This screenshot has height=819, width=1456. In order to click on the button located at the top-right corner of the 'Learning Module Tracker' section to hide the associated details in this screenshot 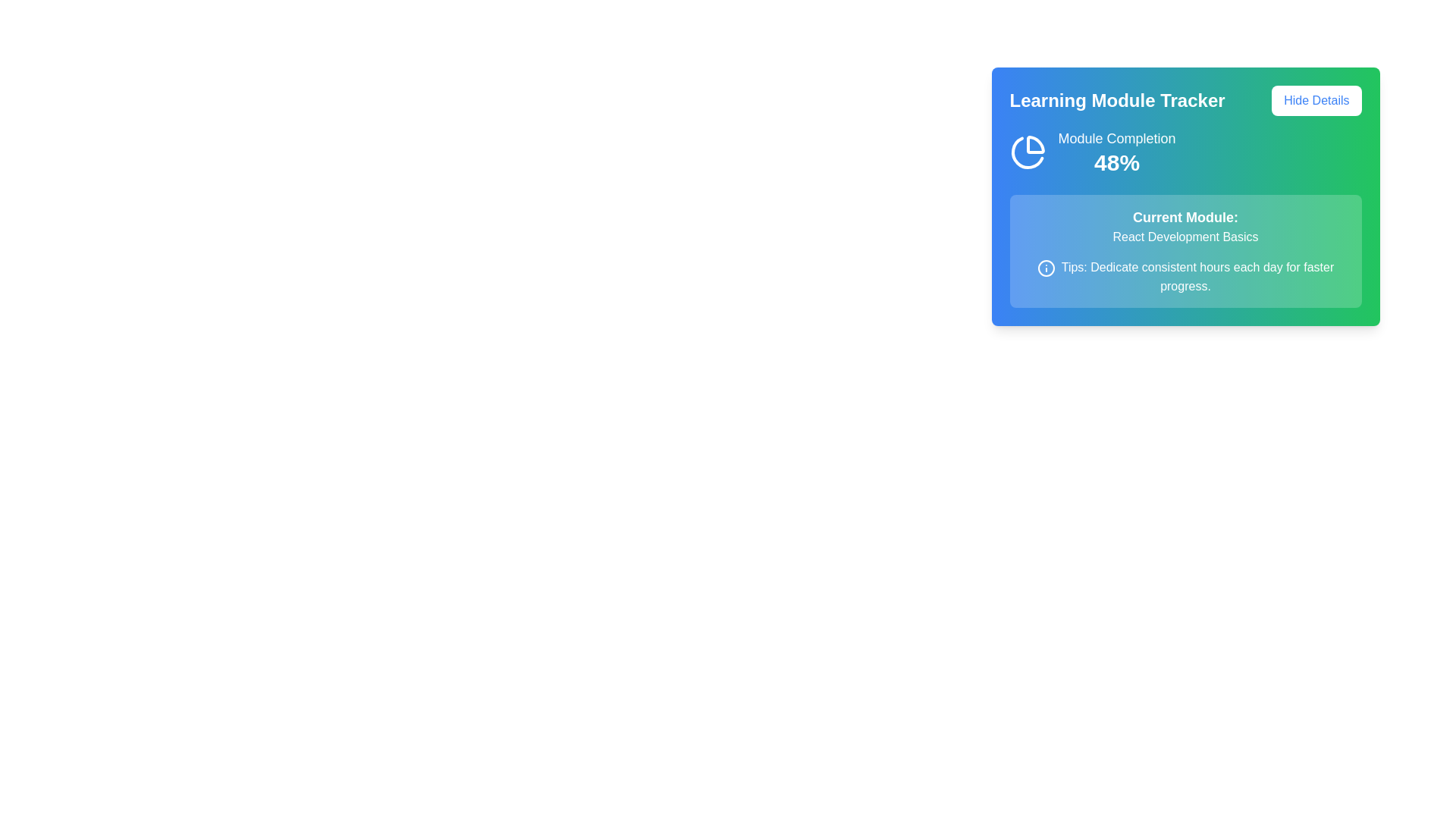, I will do `click(1316, 100)`.